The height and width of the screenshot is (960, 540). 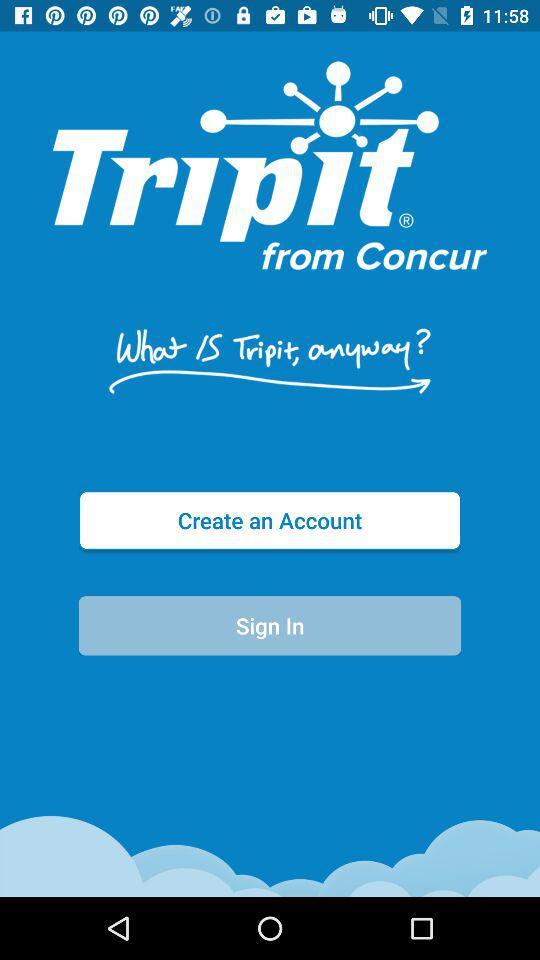 What do you see at coordinates (270, 519) in the screenshot?
I see `create an account` at bounding box center [270, 519].